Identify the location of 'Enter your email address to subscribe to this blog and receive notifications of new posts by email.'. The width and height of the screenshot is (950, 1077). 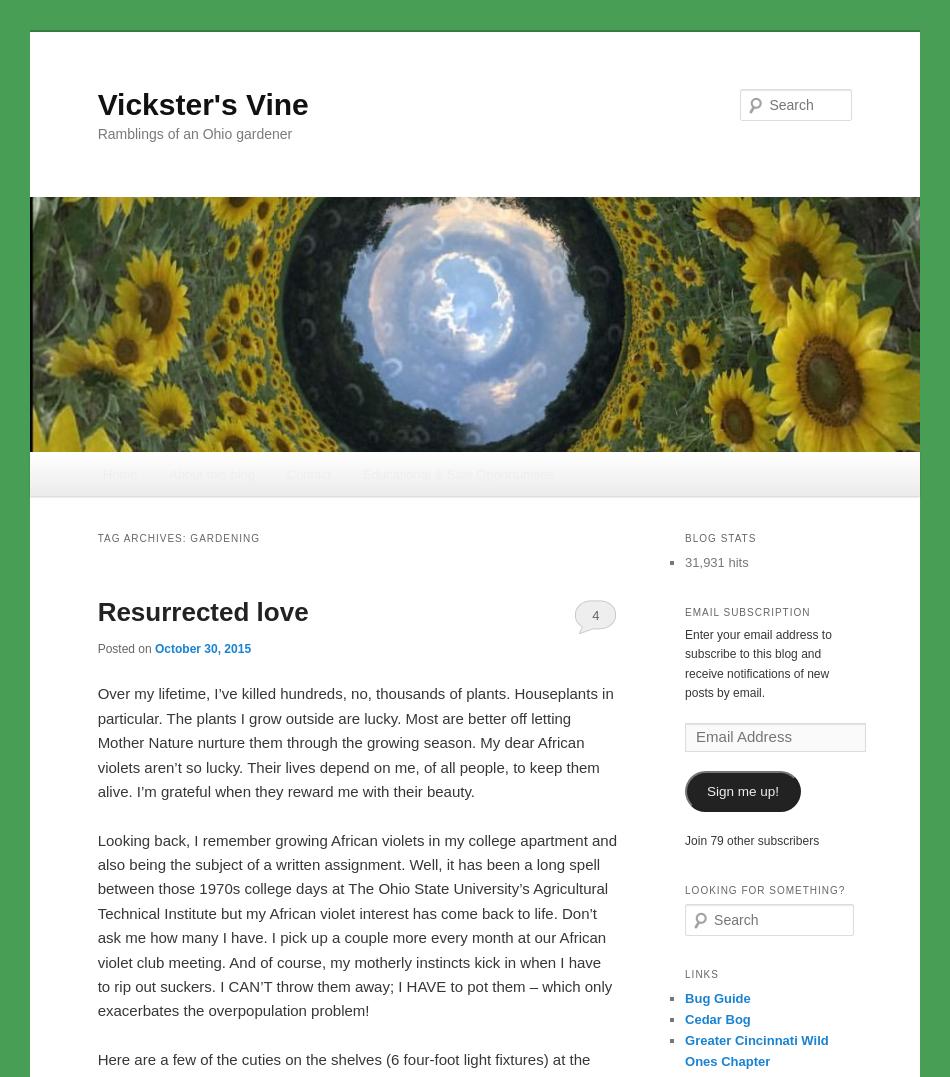
(757, 662).